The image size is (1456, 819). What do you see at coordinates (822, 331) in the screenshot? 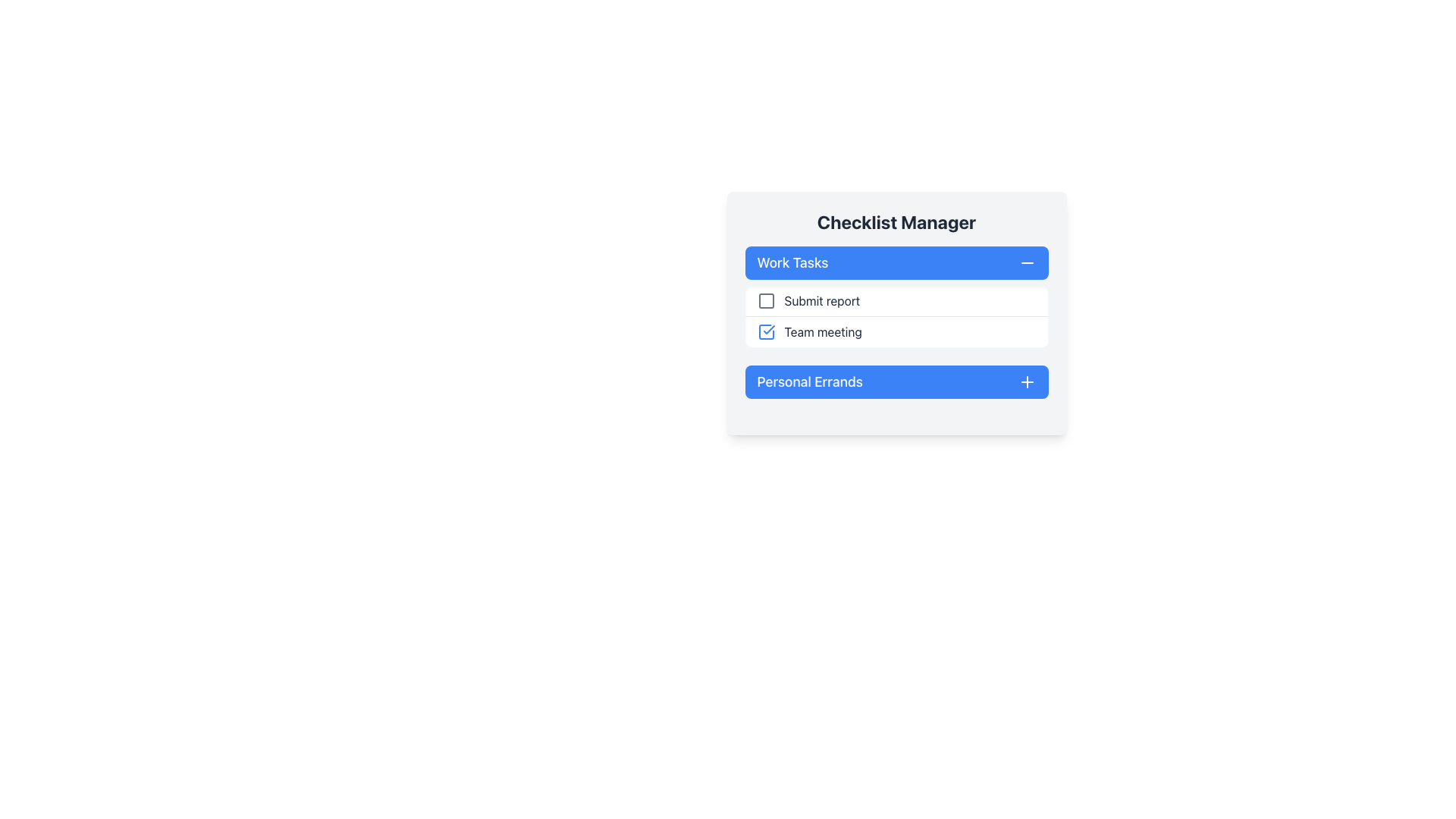
I see `text label containing the words 'Team meeting' which is styled in gray and is part of the checklist interface under the 'Work Tasks' section, located to the right of a blue checkmark icon` at bounding box center [822, 331].